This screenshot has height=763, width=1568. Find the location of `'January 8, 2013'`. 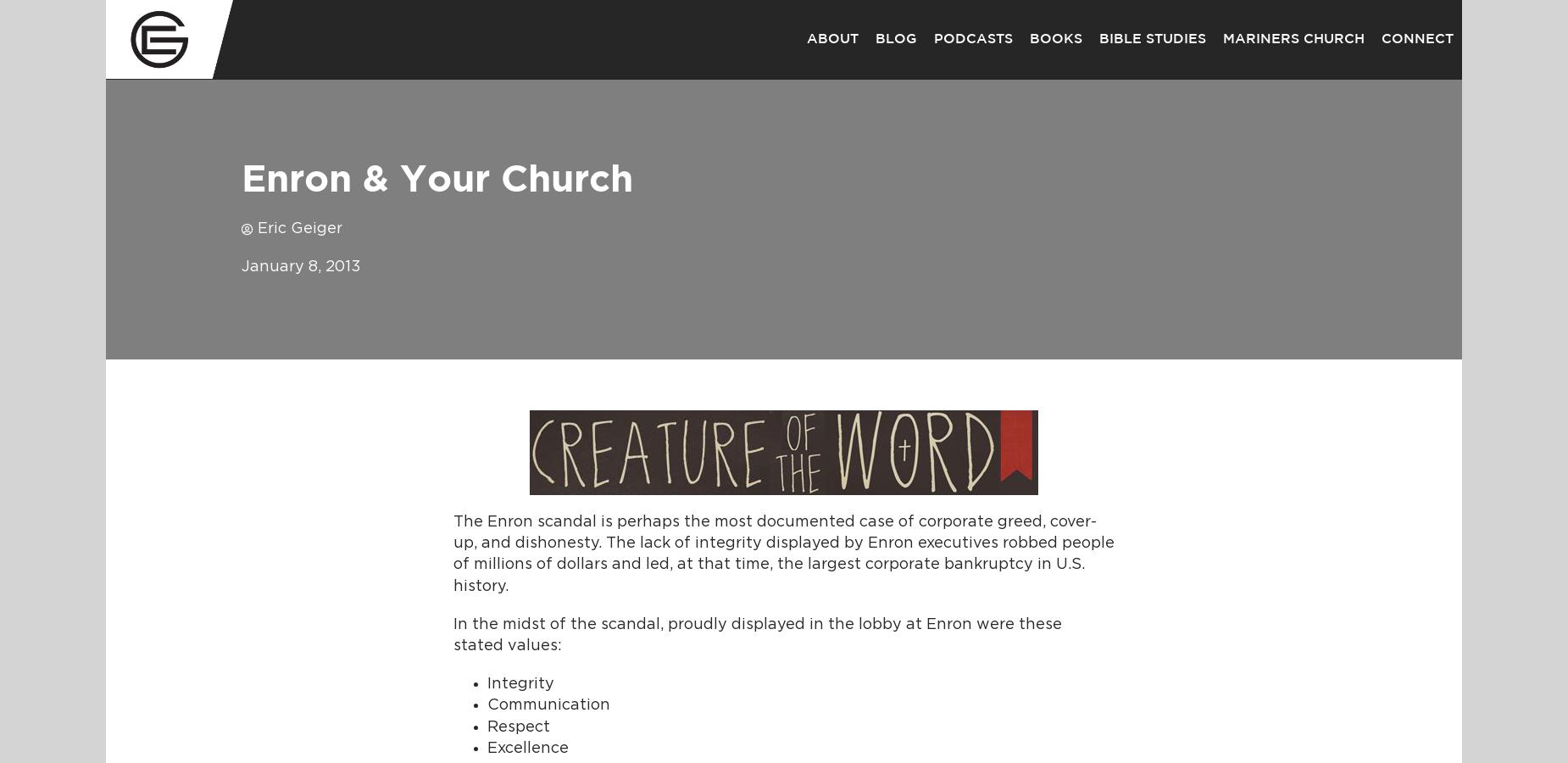

'January 8, 2013' is located at coordinates (241, 266).